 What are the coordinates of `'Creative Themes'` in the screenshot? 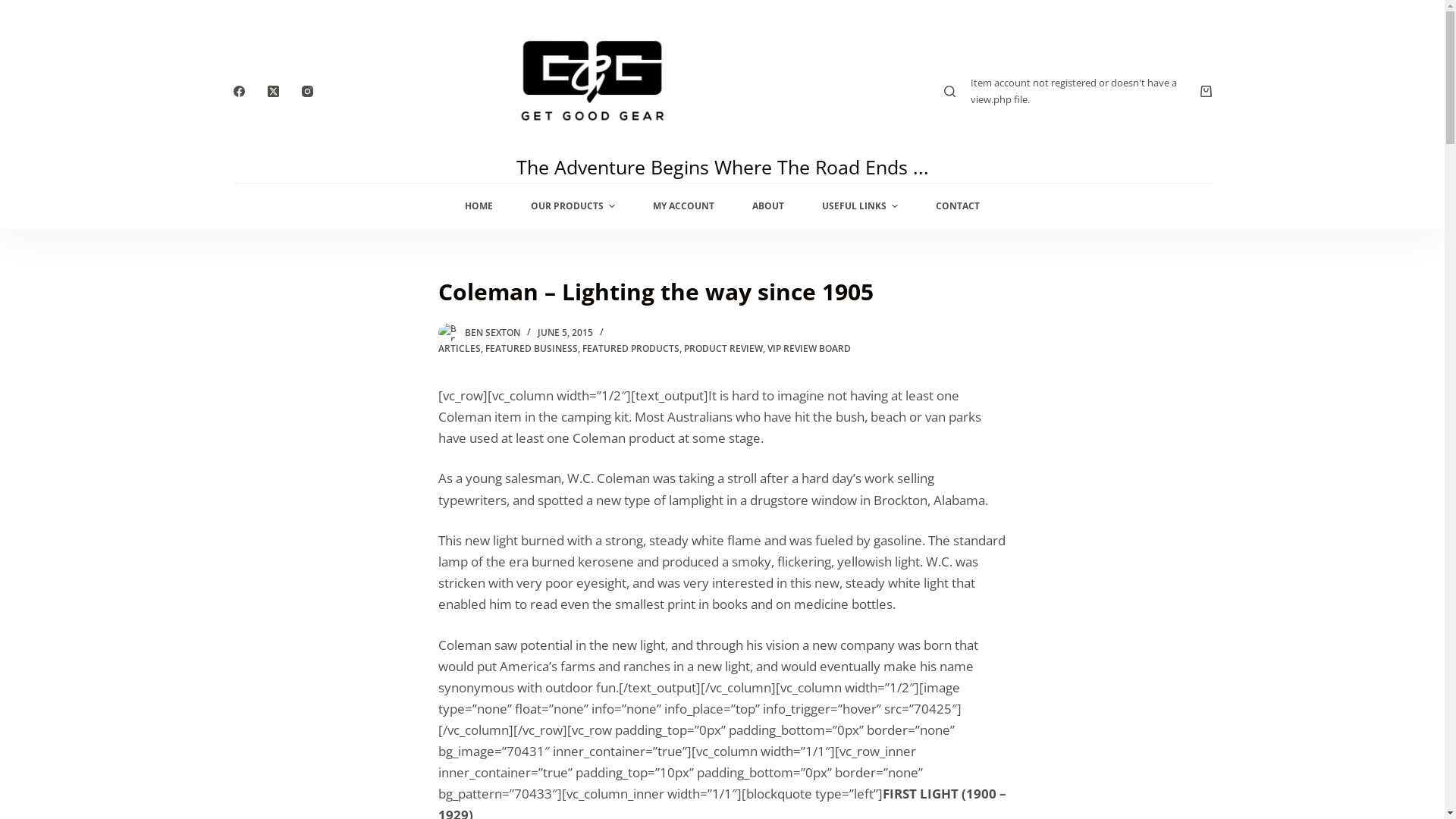 It's located at (494, 791).